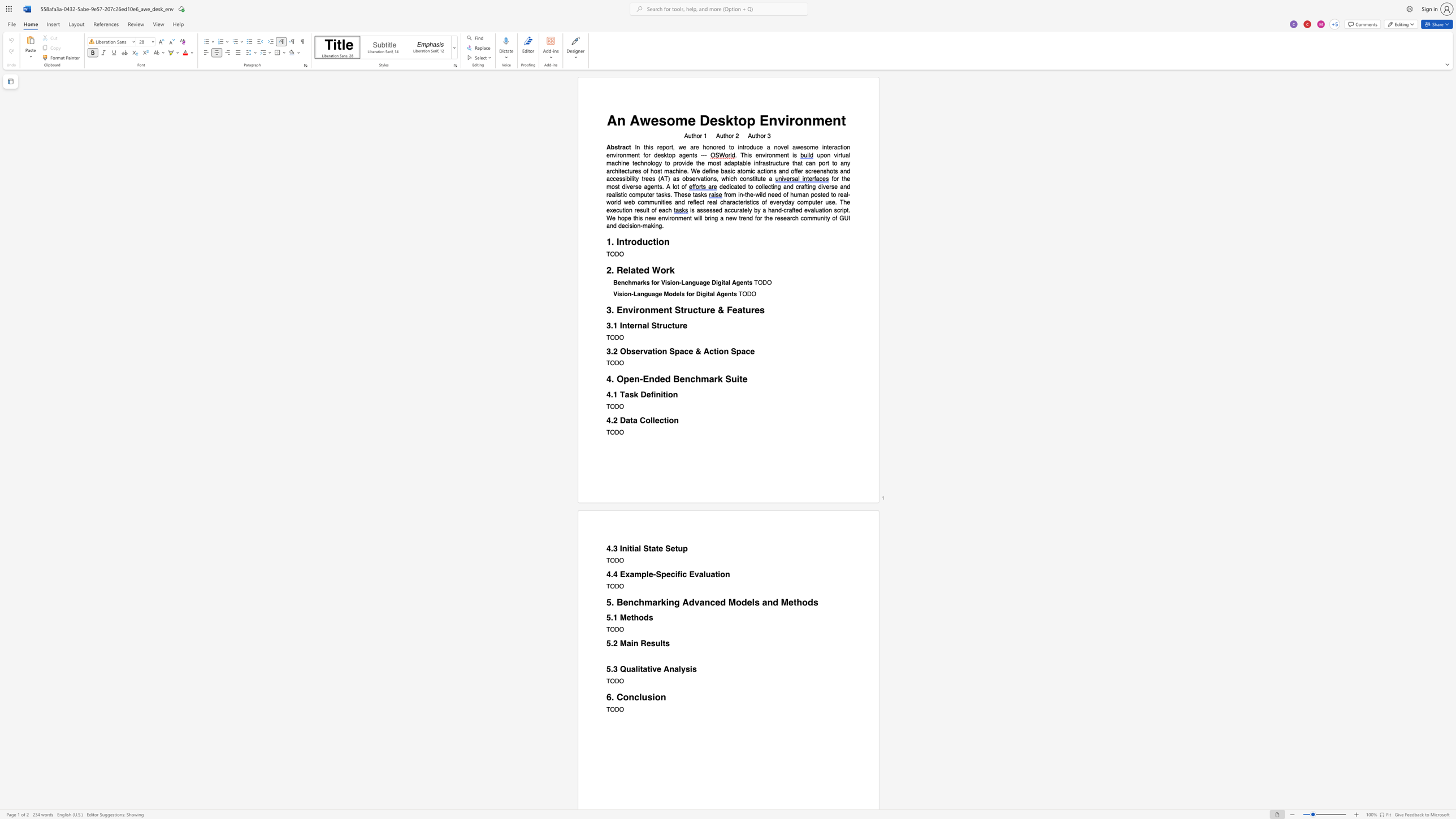  What do you see at coordinates (613, 574) in the screenshot?
I see `the subset text "4 Example-Specific Ev" within the text "4.4 Example-Specific Evaluation"` at bounding box center [613, 574].